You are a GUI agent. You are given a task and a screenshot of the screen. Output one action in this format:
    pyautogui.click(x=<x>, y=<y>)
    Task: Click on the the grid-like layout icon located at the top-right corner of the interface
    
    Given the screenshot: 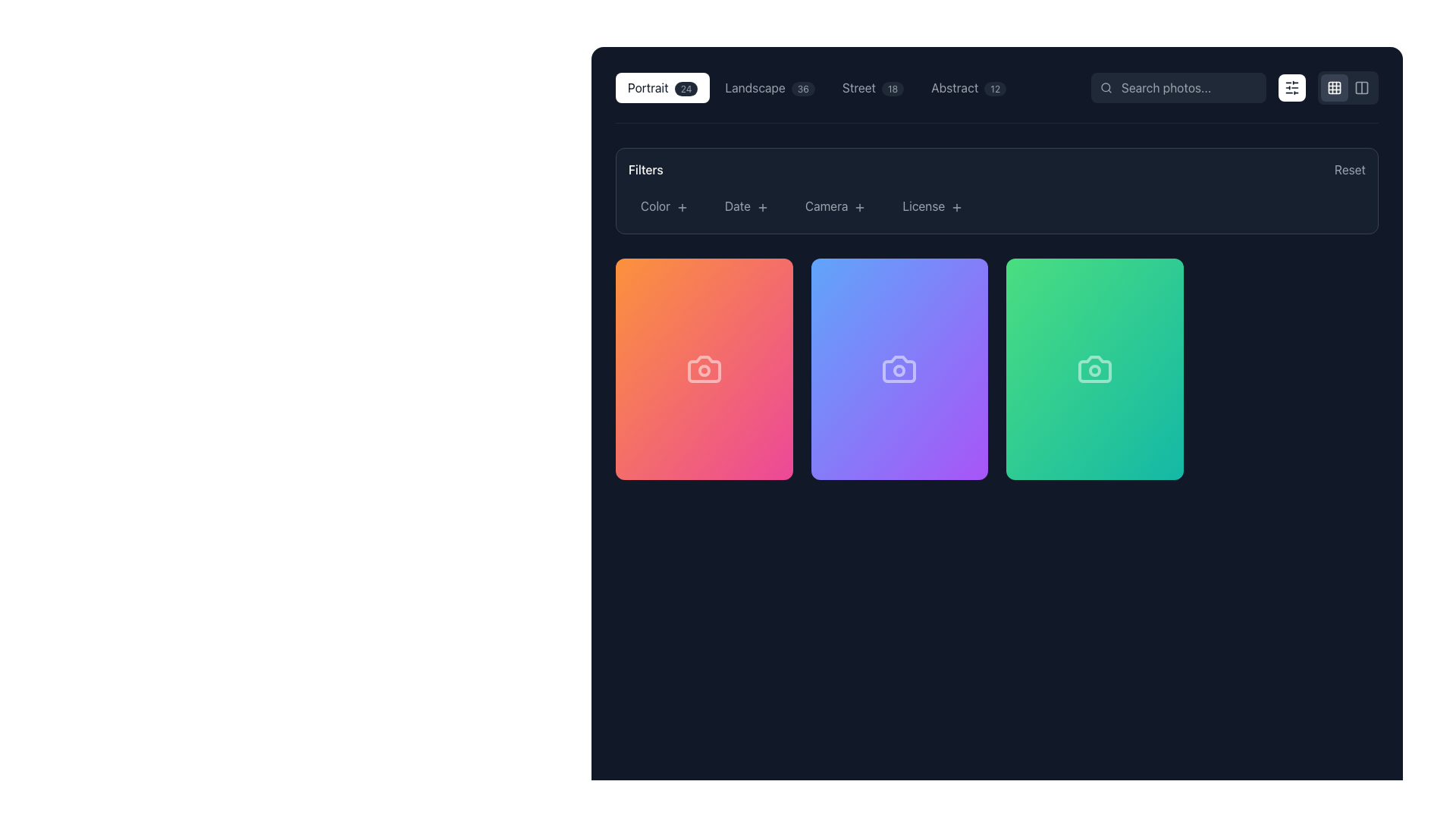 What is the action you would take?
    pyautogui.click(x=1361, y=87)
    